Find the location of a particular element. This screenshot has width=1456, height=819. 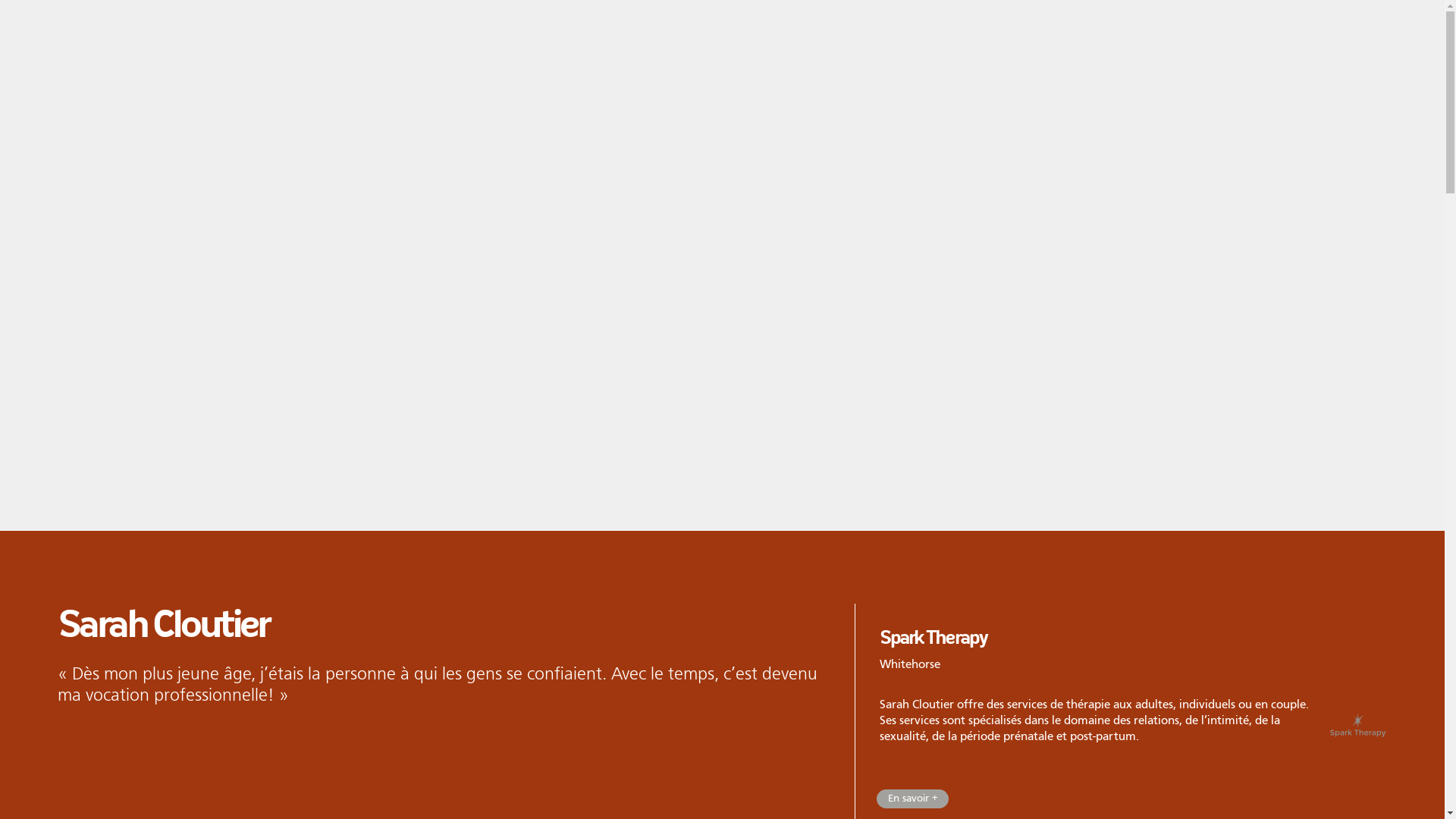

'En savoir +' is located at coordinates (912, 798).